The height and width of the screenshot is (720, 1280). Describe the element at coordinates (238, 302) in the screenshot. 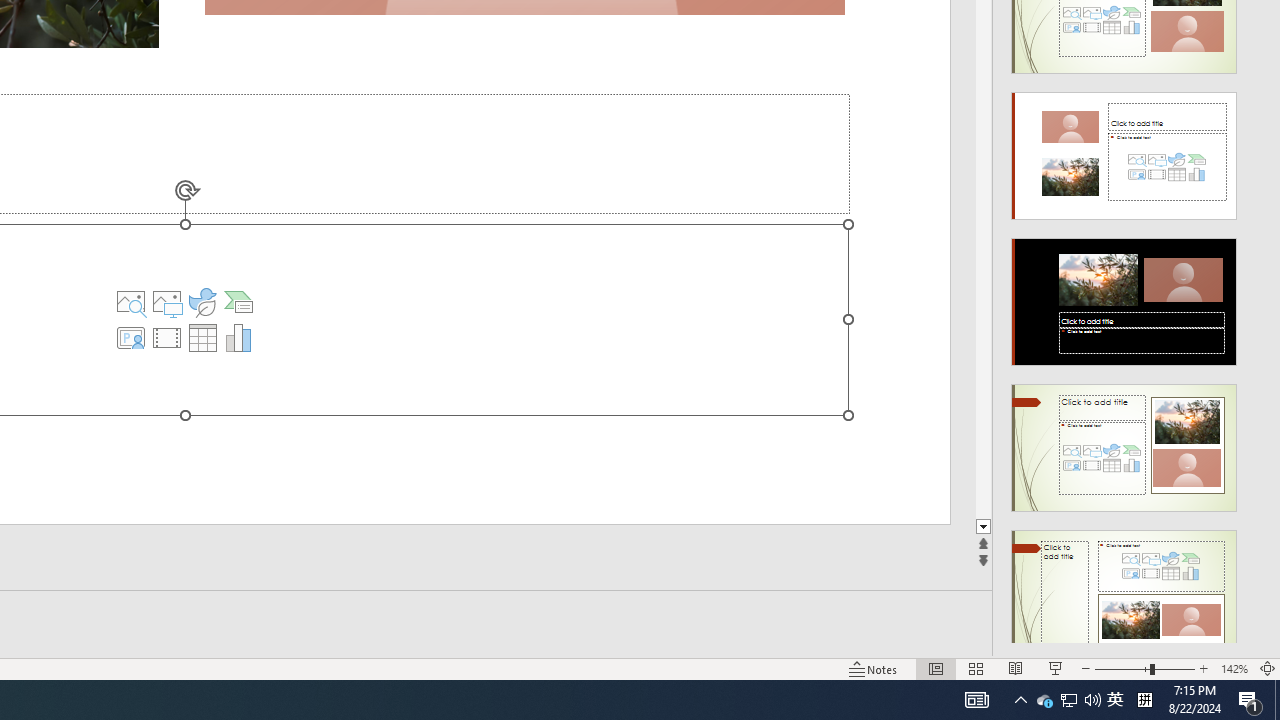

I see `'Insert a SmartArt Graphic'` at that location.